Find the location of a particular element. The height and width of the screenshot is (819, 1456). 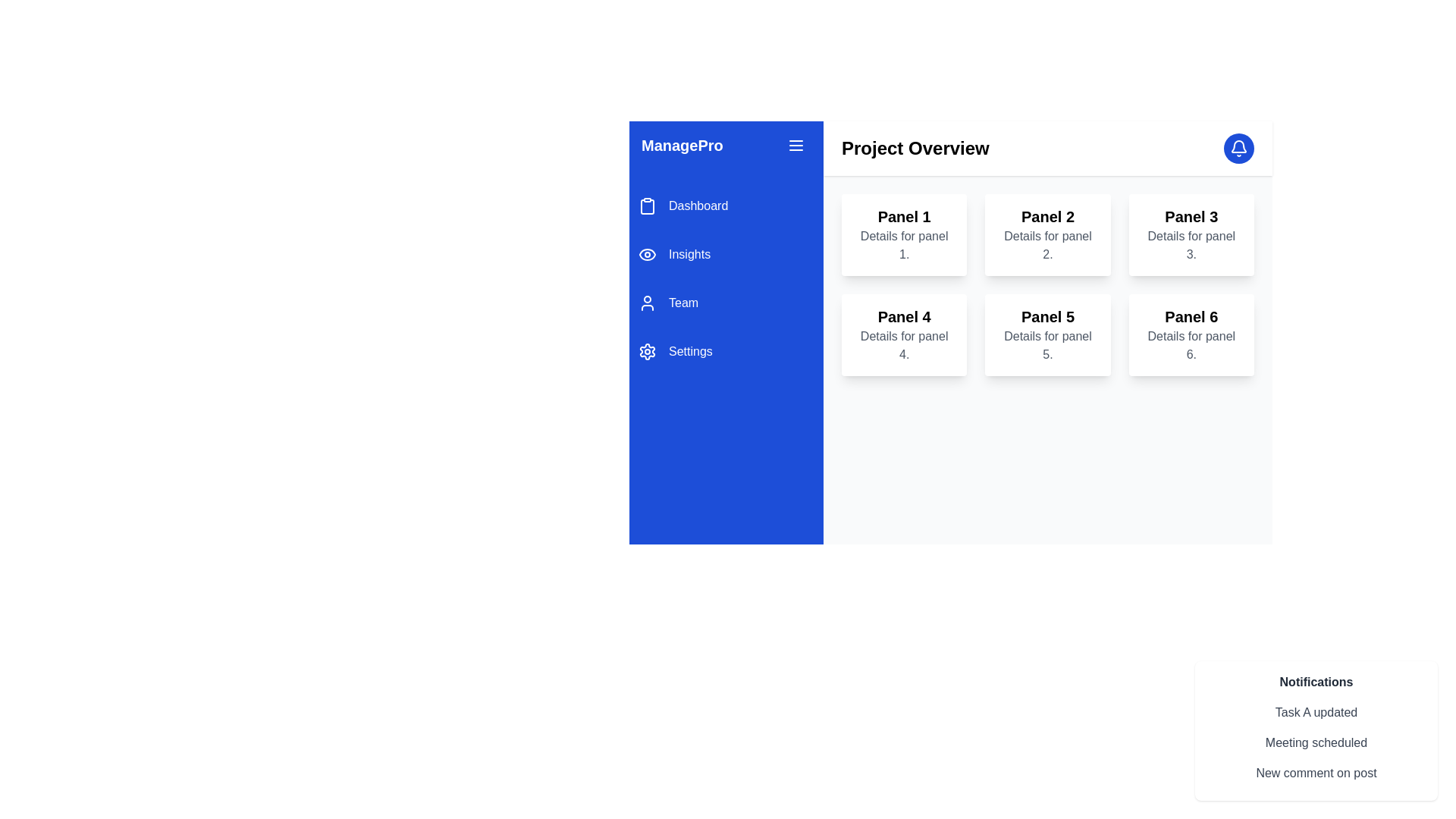

the 'Team' option in the navigation menu located in the blue sidebar on the left side of the interface is located at coordinates (726, 278).